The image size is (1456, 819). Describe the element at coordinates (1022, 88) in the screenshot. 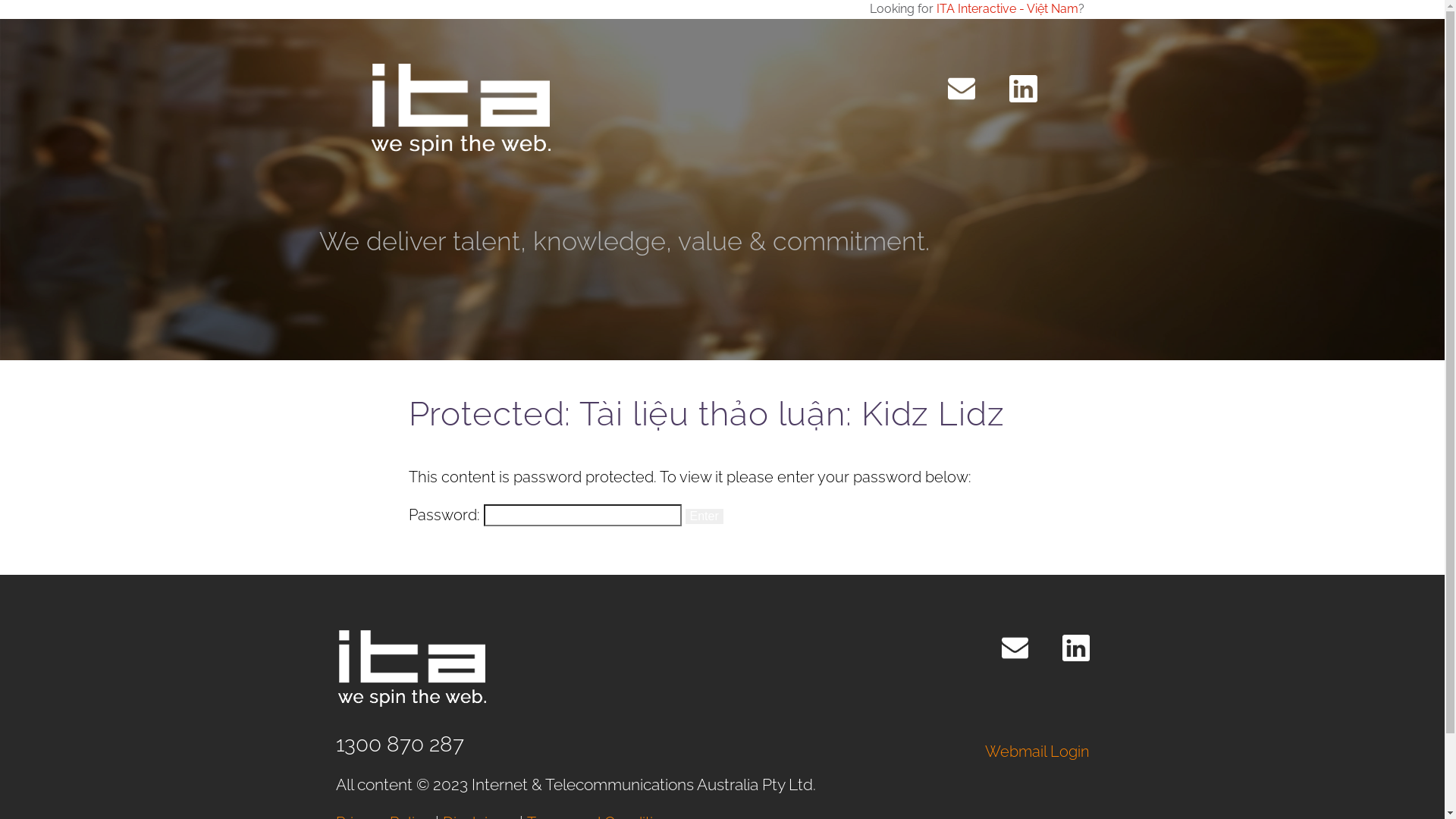

I see `'visit ita at linkedin'` at that location.